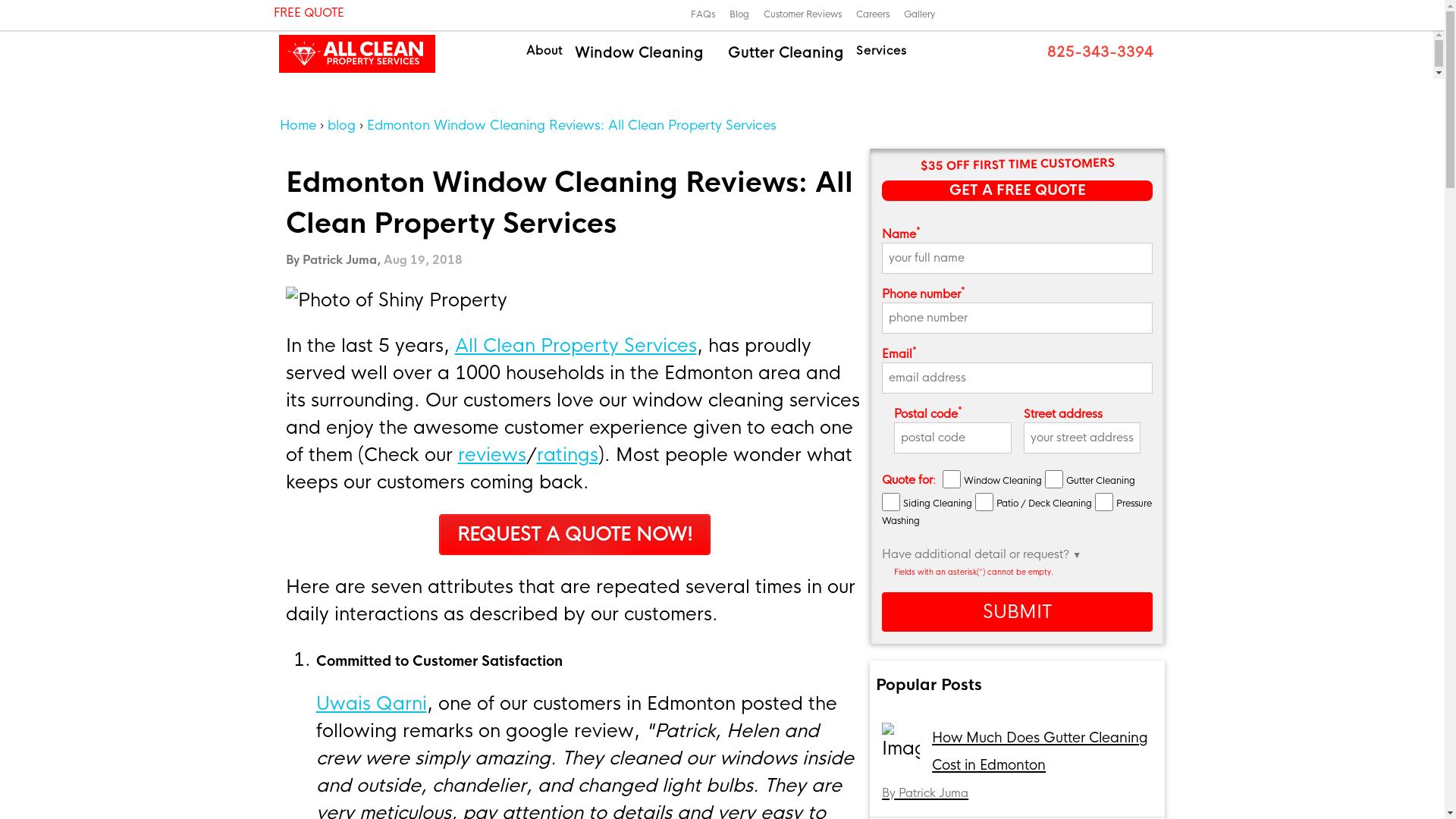 This screenshot has height=819, width=1456. Describe the element at coordinates (739, 14) in the screenshot. I see `'Blog'` at that location.